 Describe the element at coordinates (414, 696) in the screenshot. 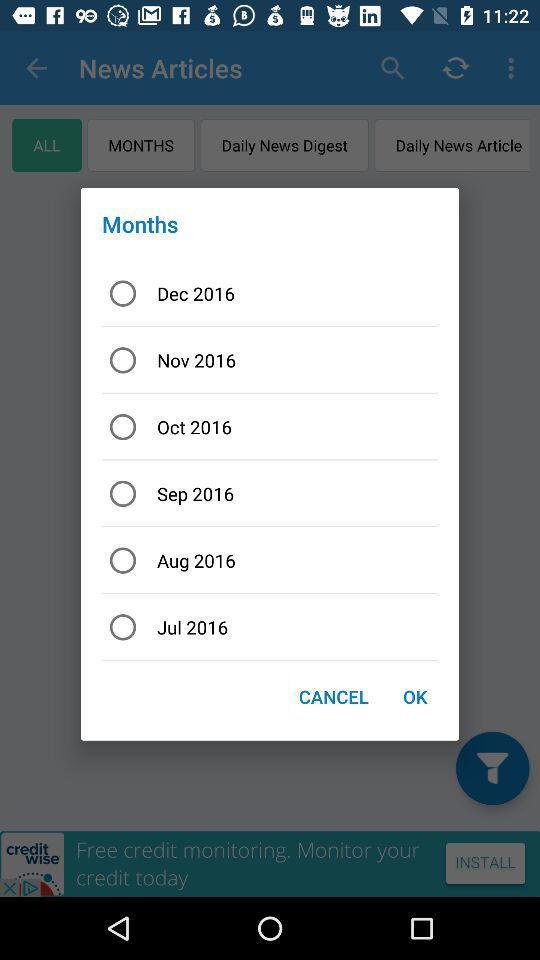

I see `the icon below jul 2016 item` at that location.